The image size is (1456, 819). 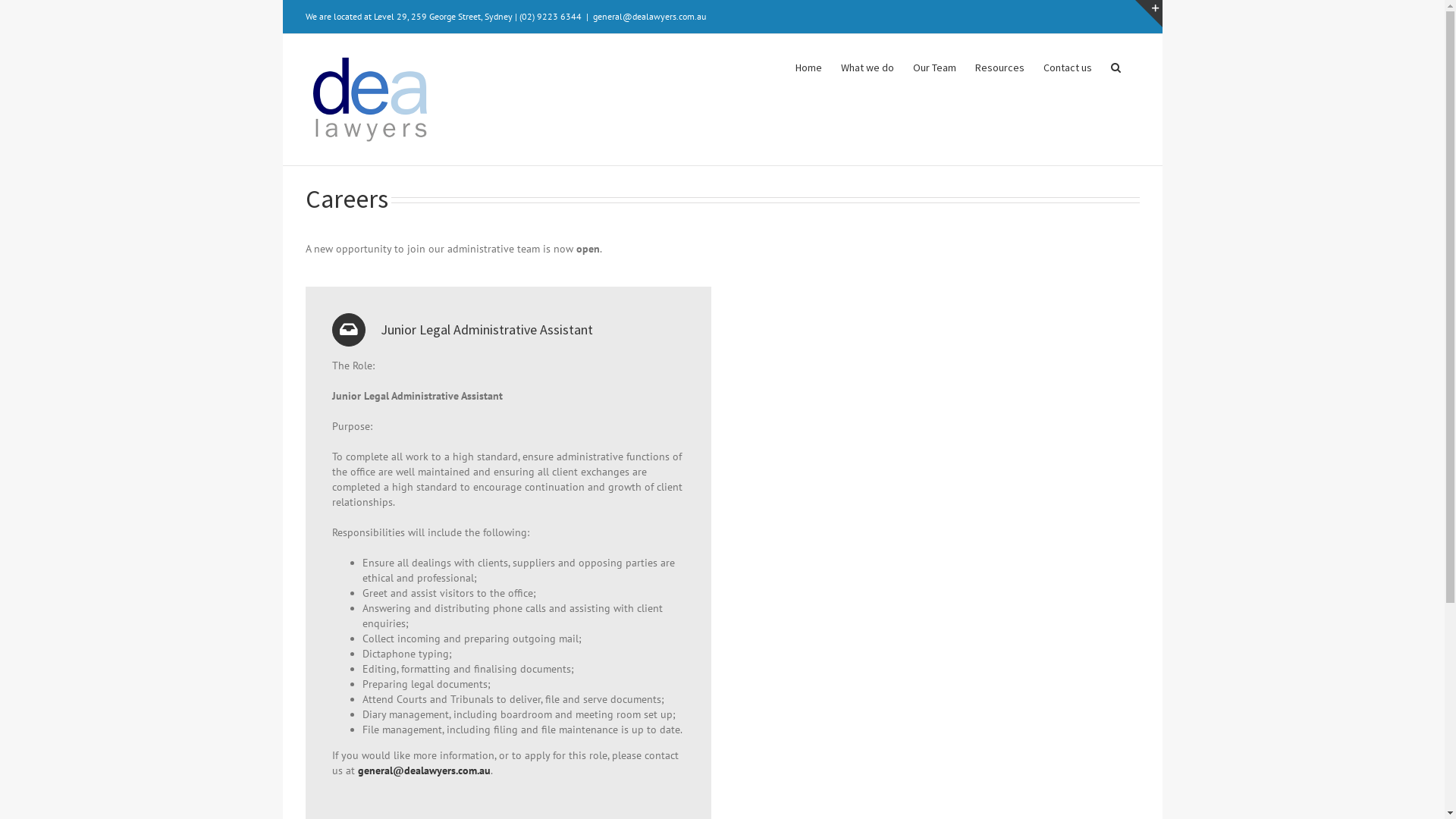 What do you see at coordinates (807, 65) in the screenshot?
I see `'Home'` at bounding box center [807, 65].